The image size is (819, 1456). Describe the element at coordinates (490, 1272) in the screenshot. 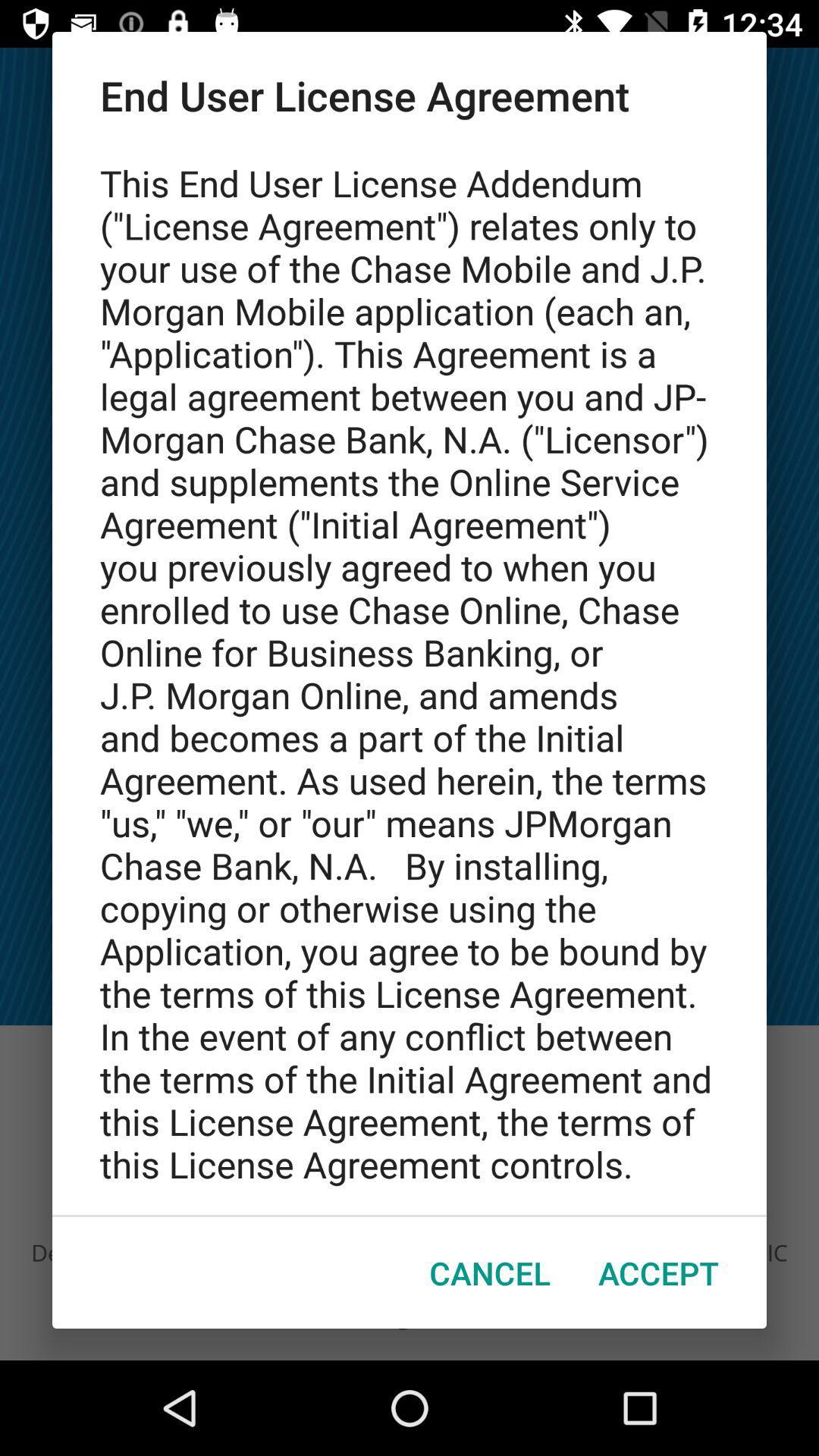

I see `the cancel item` at that location.